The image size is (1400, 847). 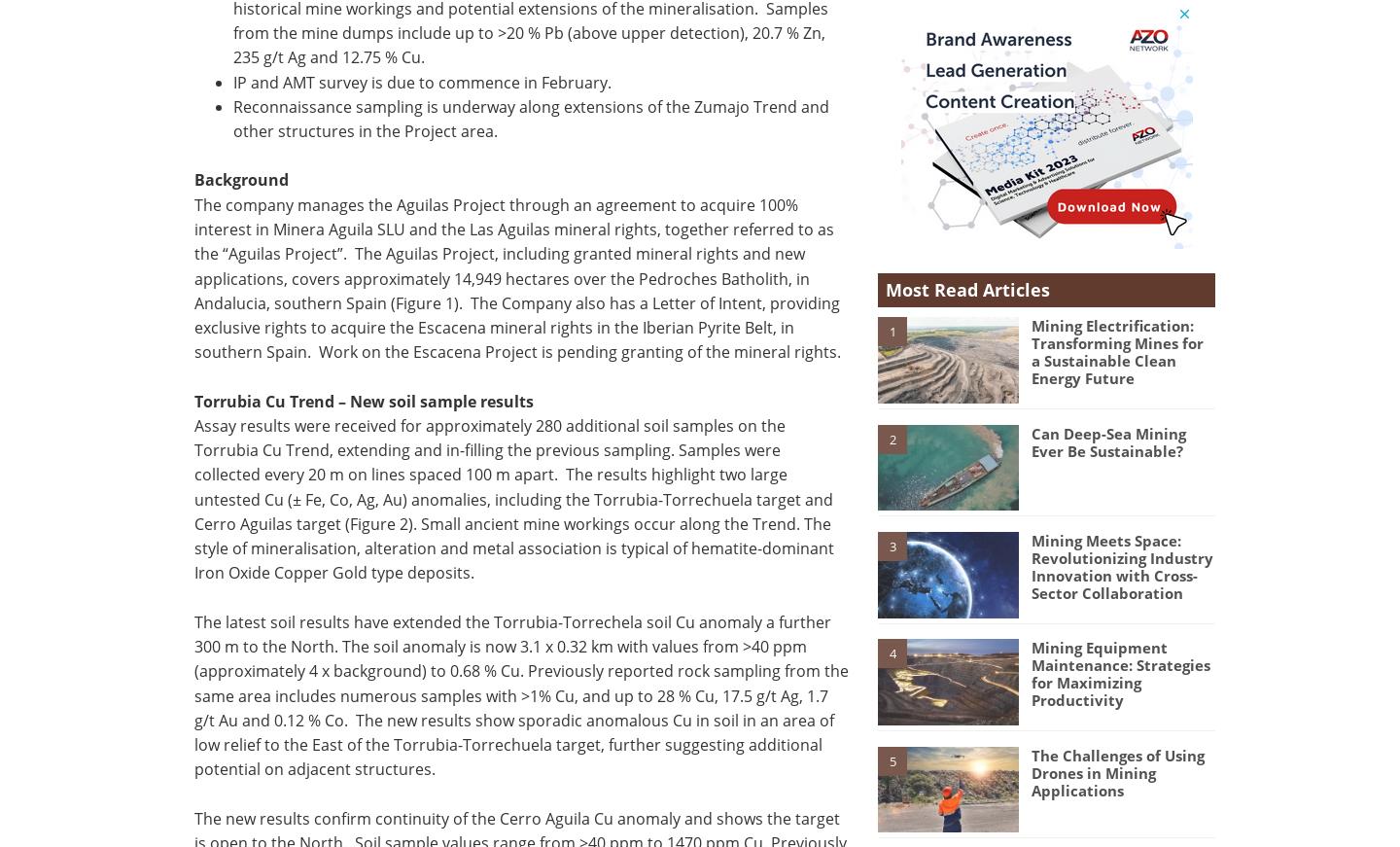 I want to click on 'Mining Electrification: Transforming Mines for a Sustainable Clean Energy Future', so click(x=1116, y=350).